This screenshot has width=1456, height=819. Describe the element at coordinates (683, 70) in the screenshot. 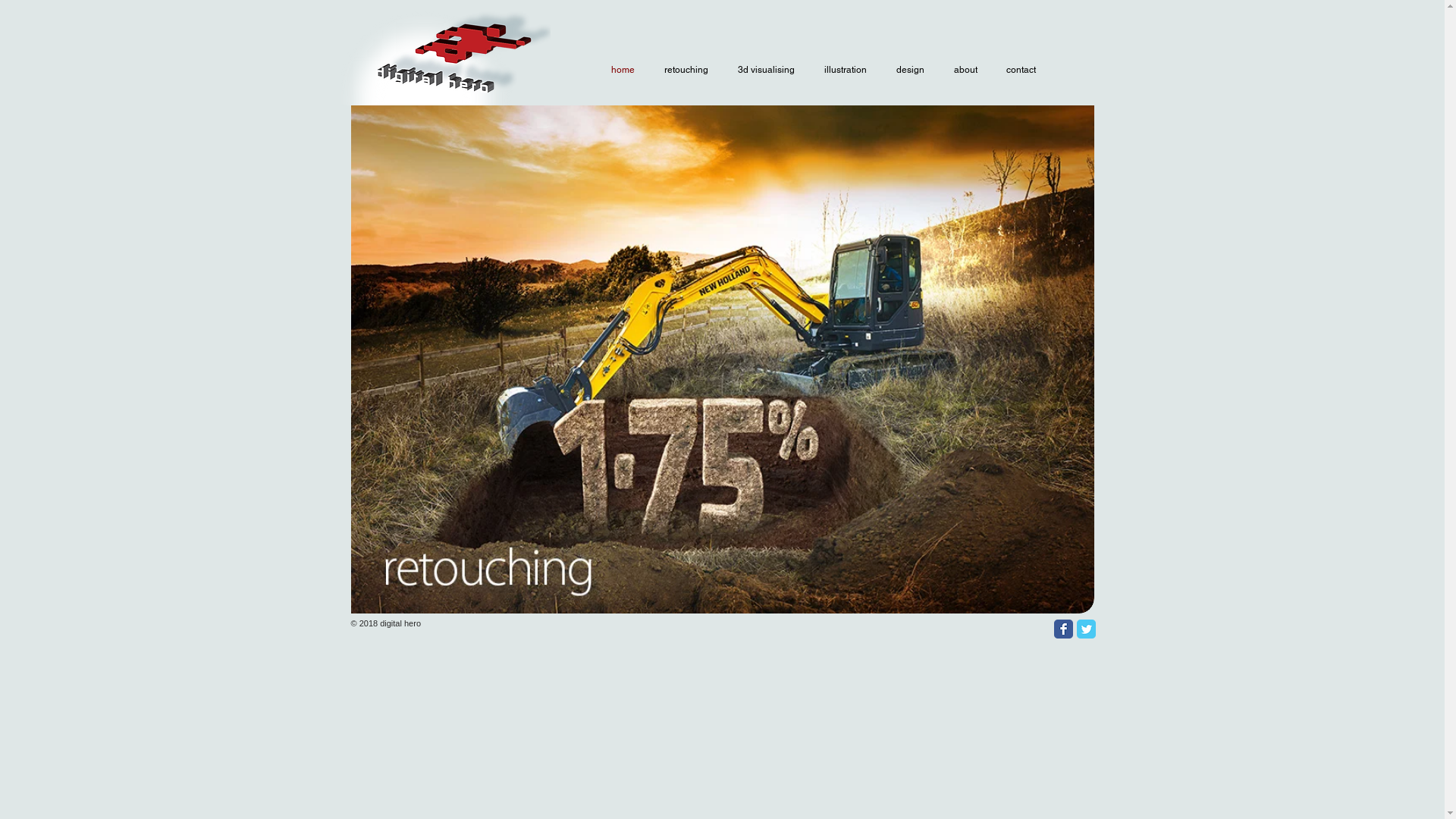

I see `'retouching'` at that location.